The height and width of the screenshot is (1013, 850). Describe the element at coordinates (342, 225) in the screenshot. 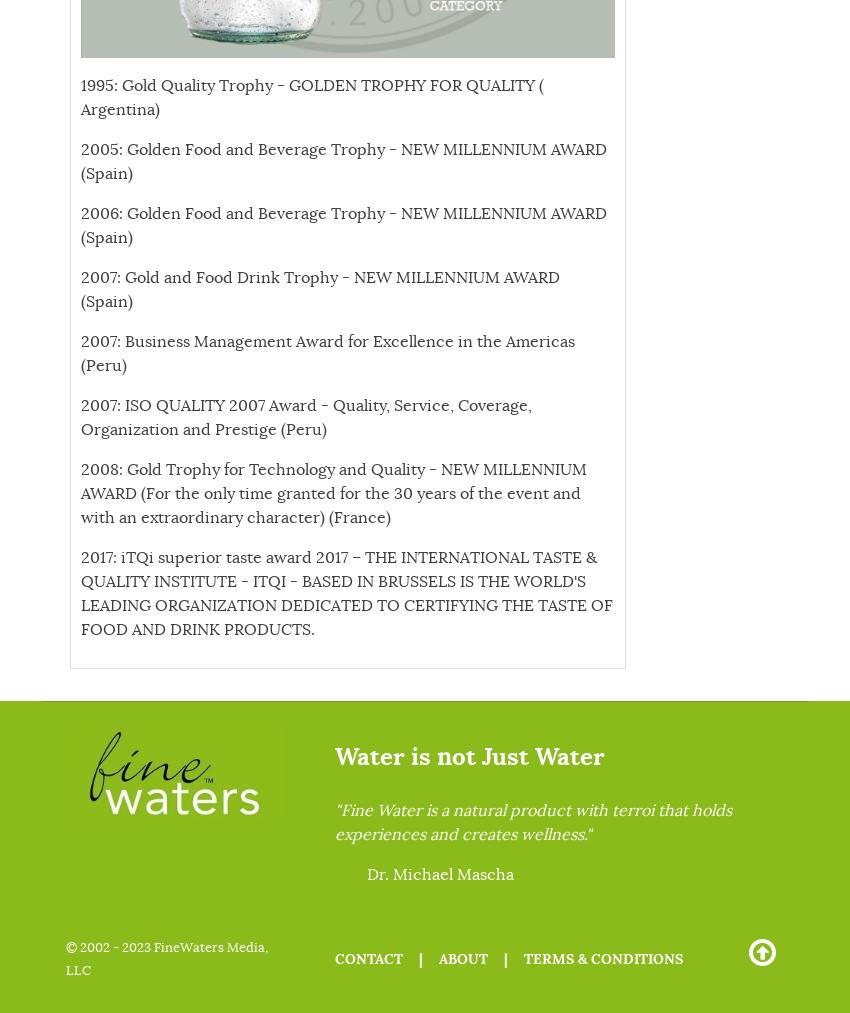

I see `'2006: Golden Food and Beverage Trophy - NEW MILLENNIUM AWARD (Spain)'` at that location.